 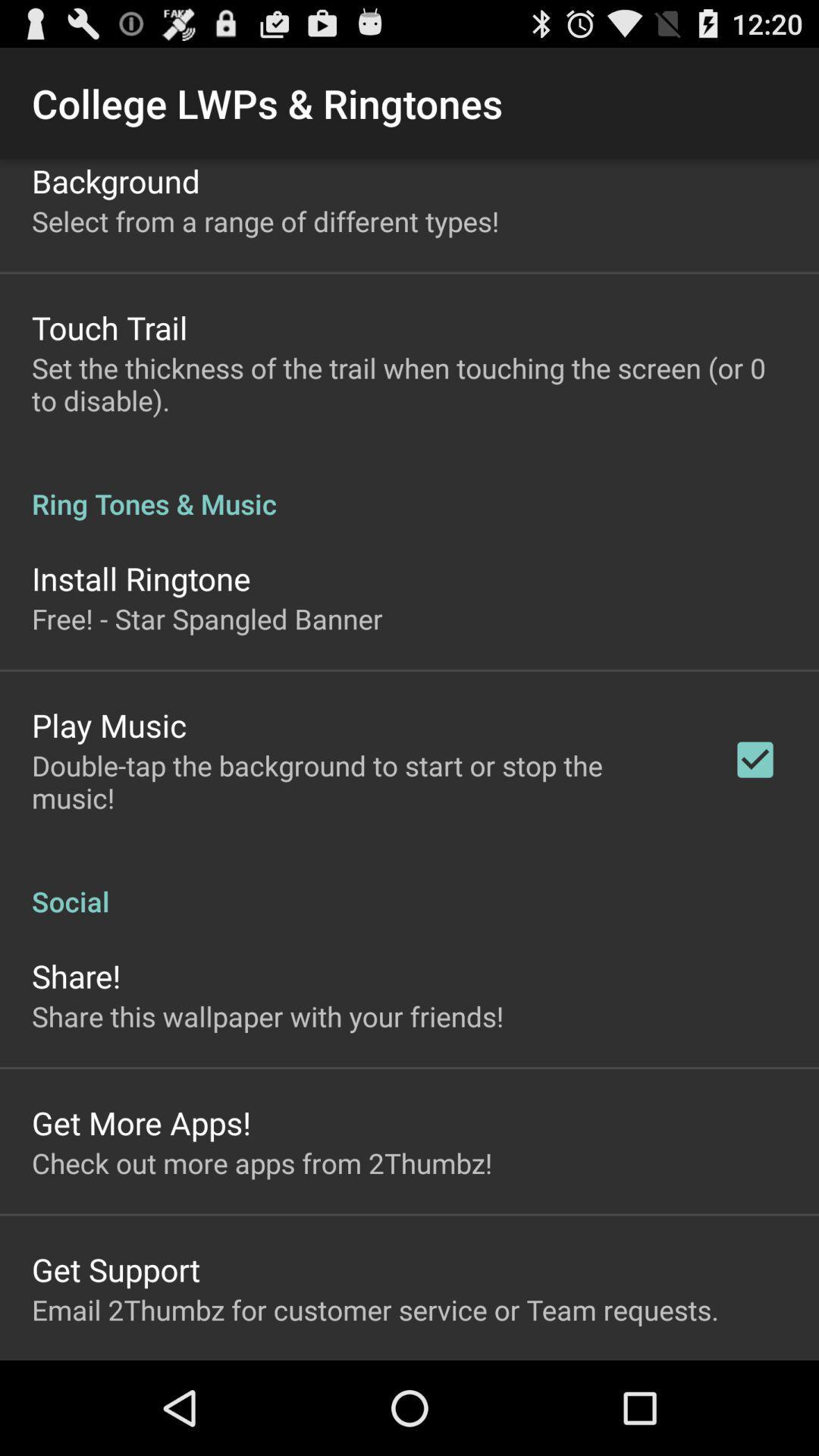 I want to click on app above ring tones & music, so click(x=409, y=384).